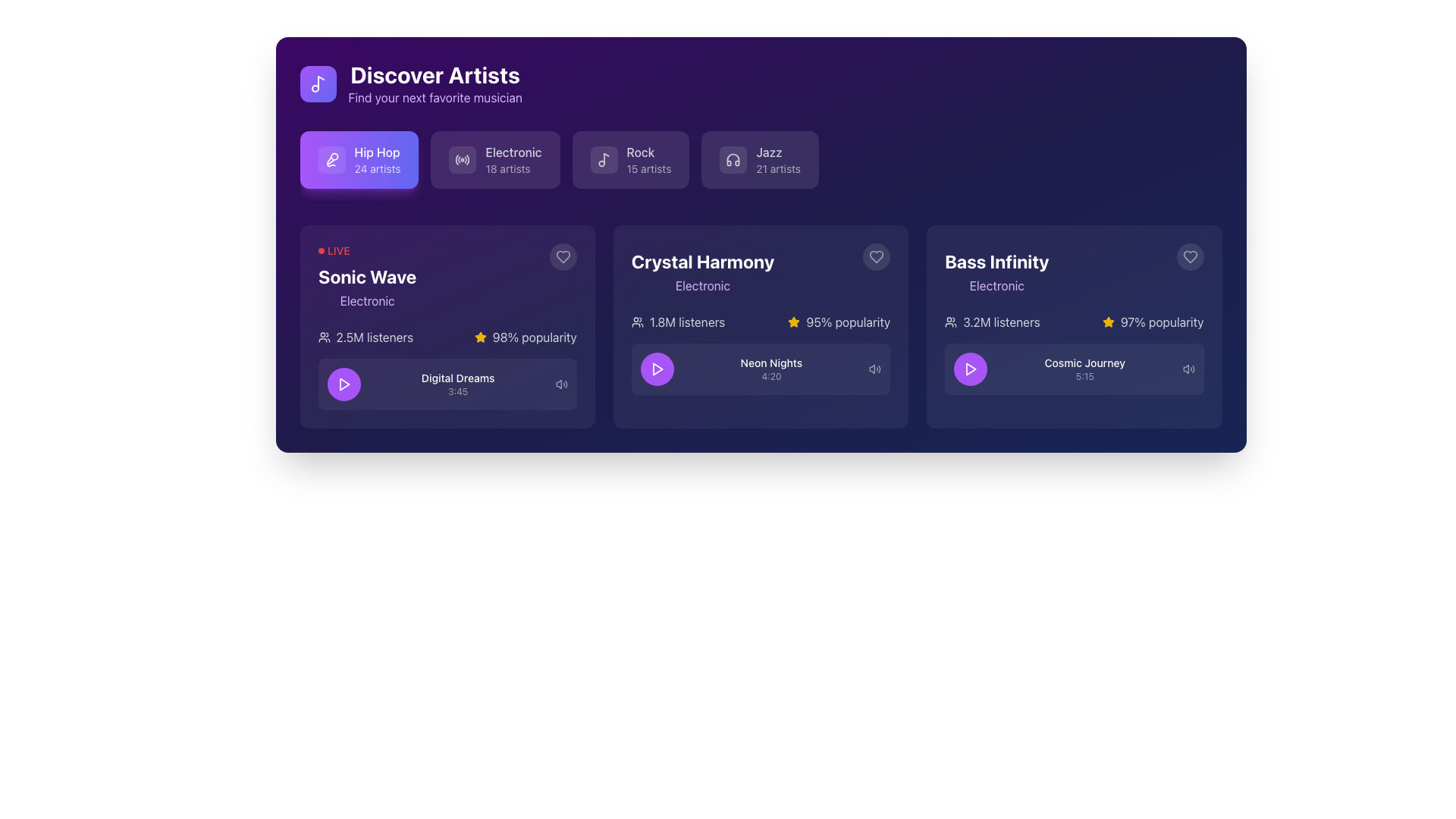 This screenshot has width=1456, height=819. Describe the element at coordinates (1189, 256) in the screenshot. I see `the 'like' or 'favorite' button located at the top-right corner of the 'Bass Infinity' card` at that location.